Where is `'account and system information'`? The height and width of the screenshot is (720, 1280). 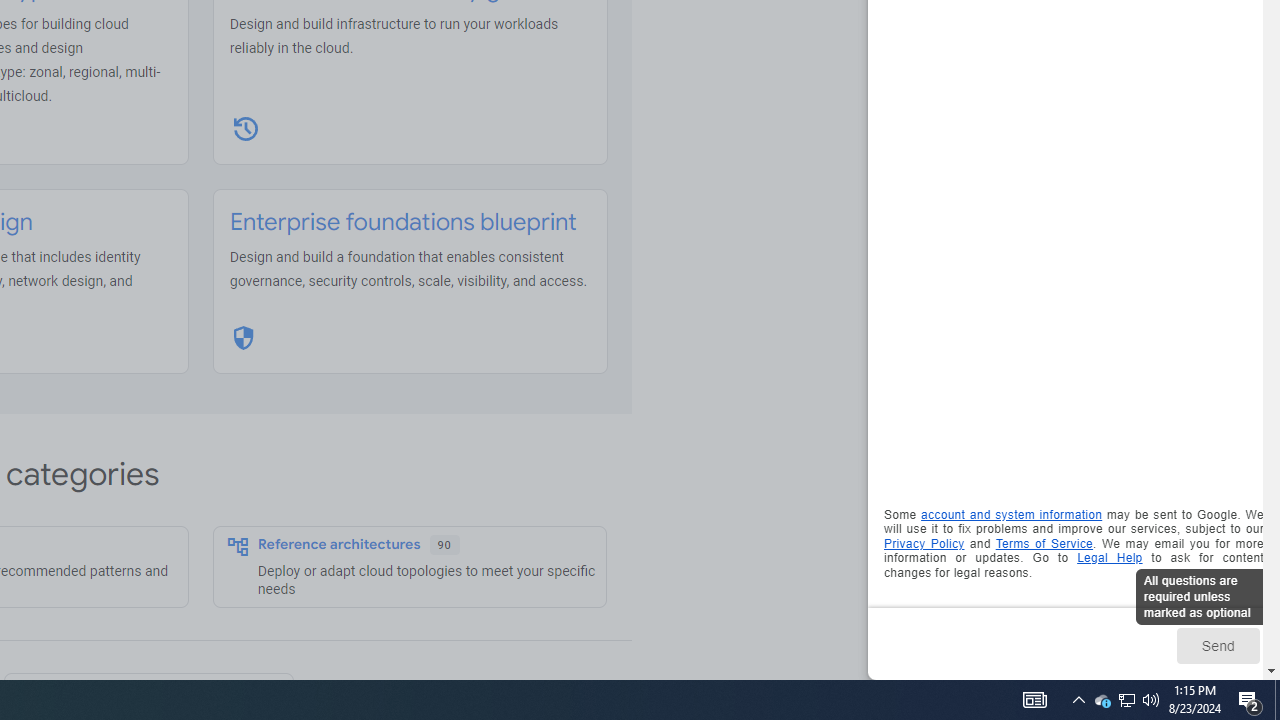 'account and system information' is located at coordinates (1012, 514).